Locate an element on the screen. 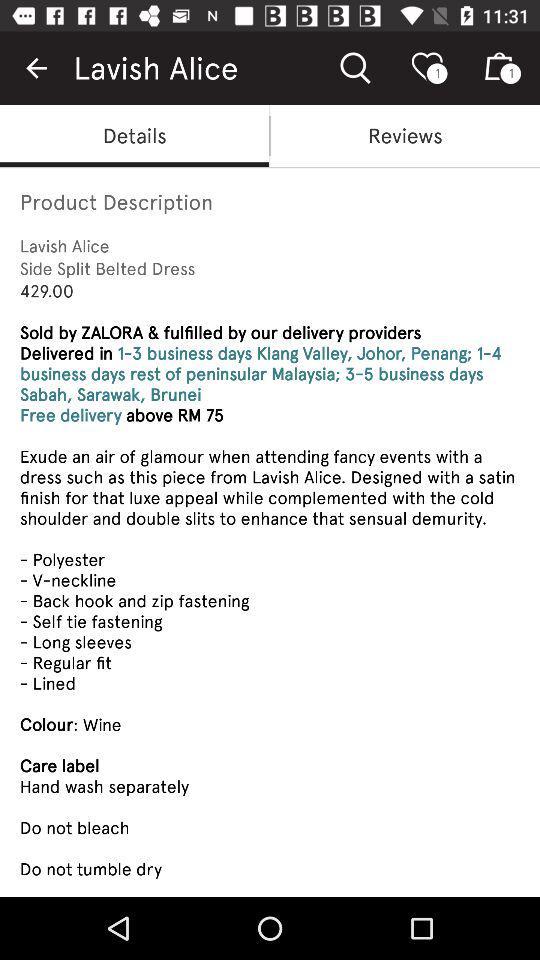 The width and height of the screenshot is (540, 960). the item next to lavish alice item is located at coordinates (36, 68).